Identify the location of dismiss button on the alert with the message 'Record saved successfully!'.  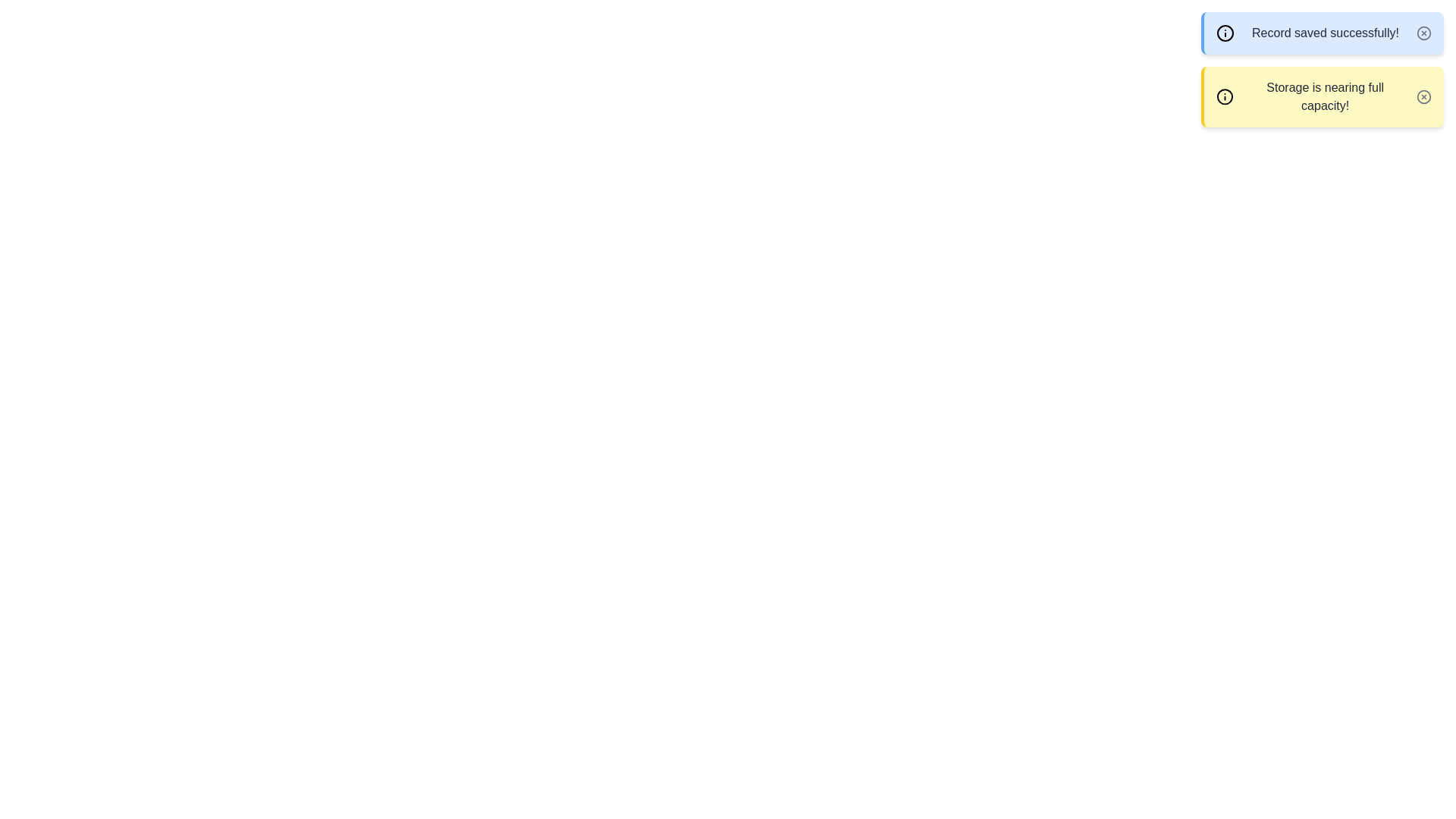
(1423, 33).